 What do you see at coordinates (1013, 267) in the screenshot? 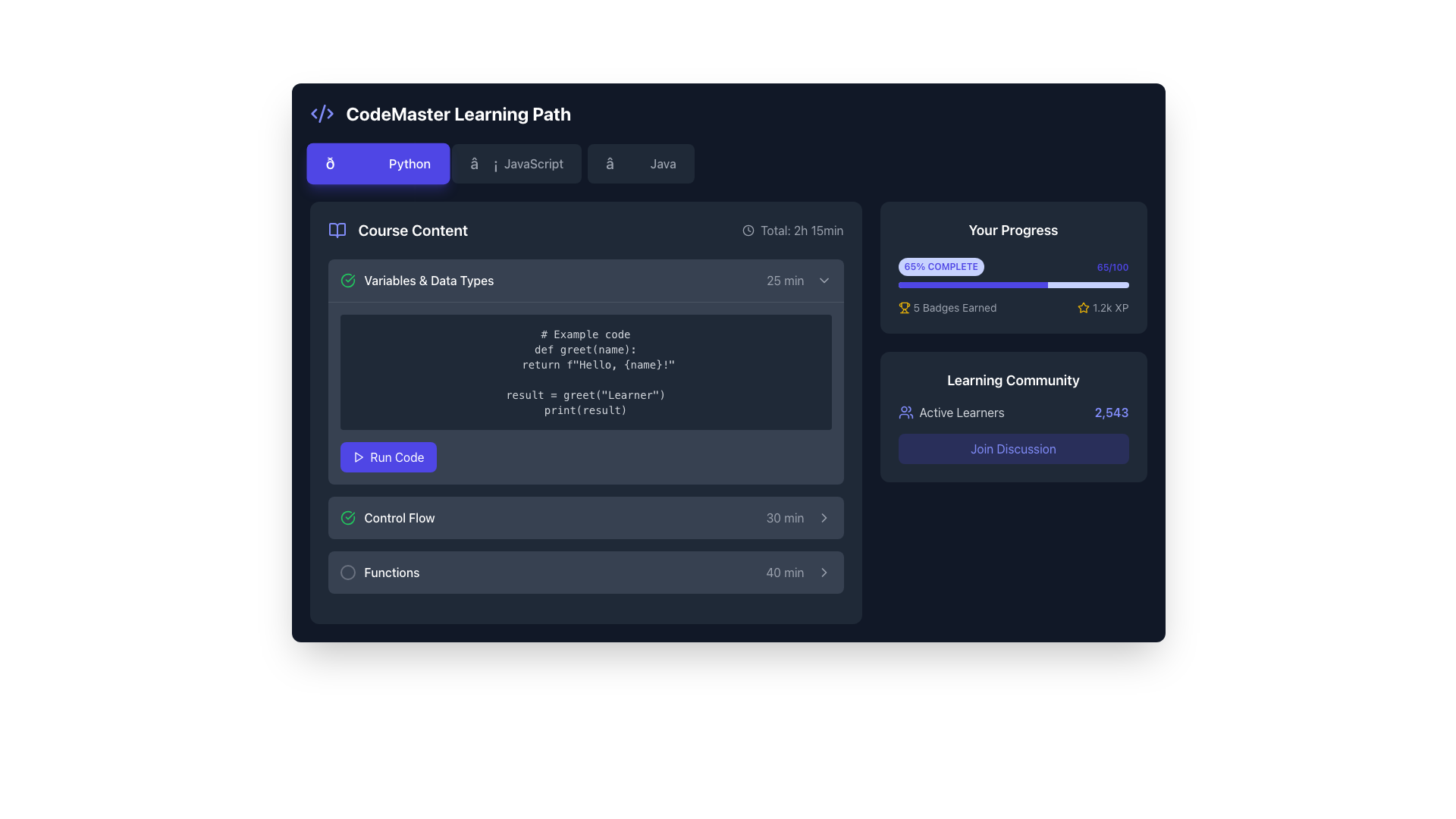
I see `information displayed in the Progress tracker located in the upper-right region of the interface, above the 'Learning Community' section` at bounding box center [1013, 267].